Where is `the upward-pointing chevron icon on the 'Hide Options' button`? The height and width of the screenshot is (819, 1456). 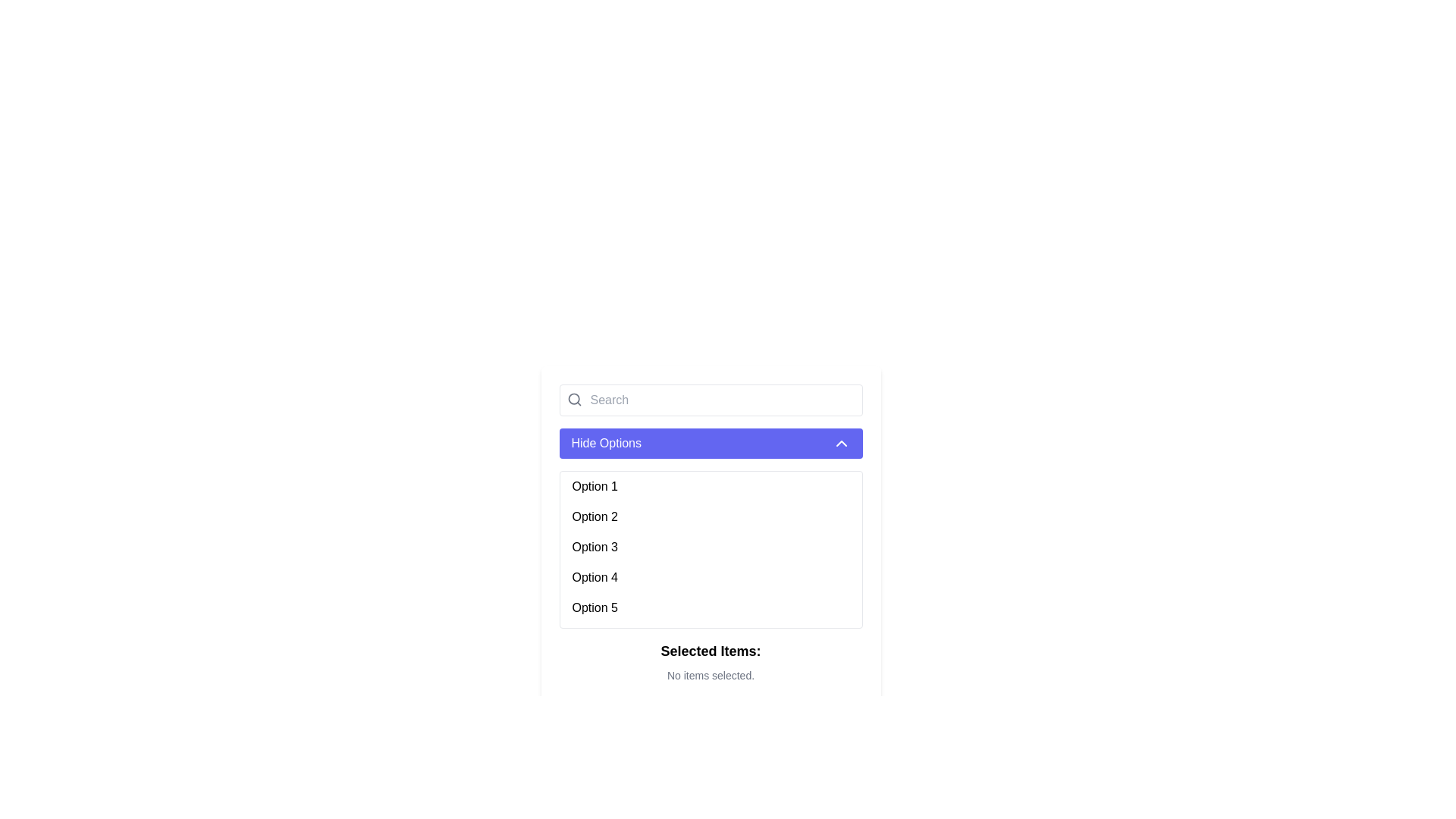 the upward-pointing chevron icon on the 'Hide Options' button is located at coordinates (840, 444).